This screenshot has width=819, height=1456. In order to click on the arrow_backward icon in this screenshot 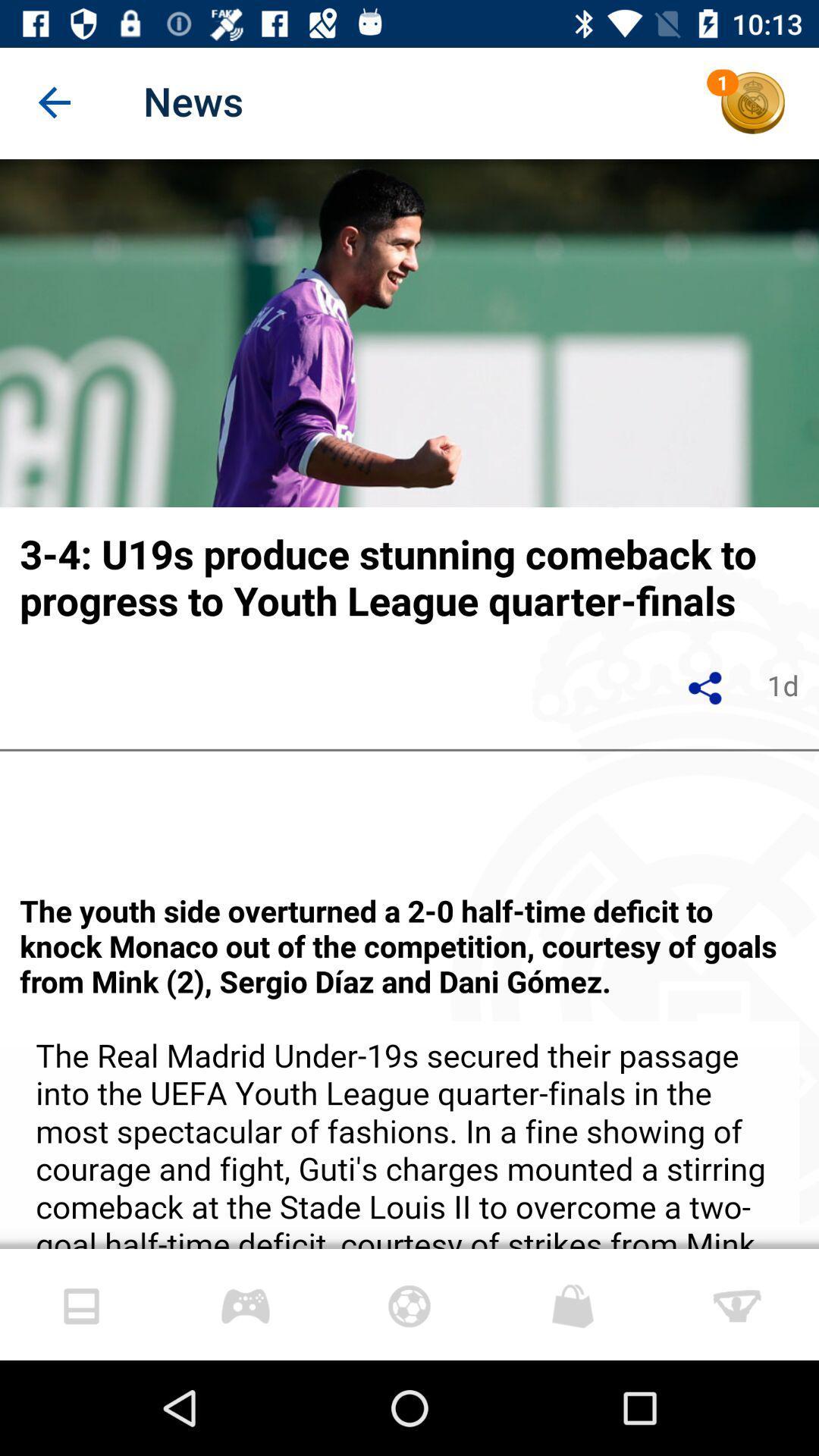, I will do `click(55, 102)`.